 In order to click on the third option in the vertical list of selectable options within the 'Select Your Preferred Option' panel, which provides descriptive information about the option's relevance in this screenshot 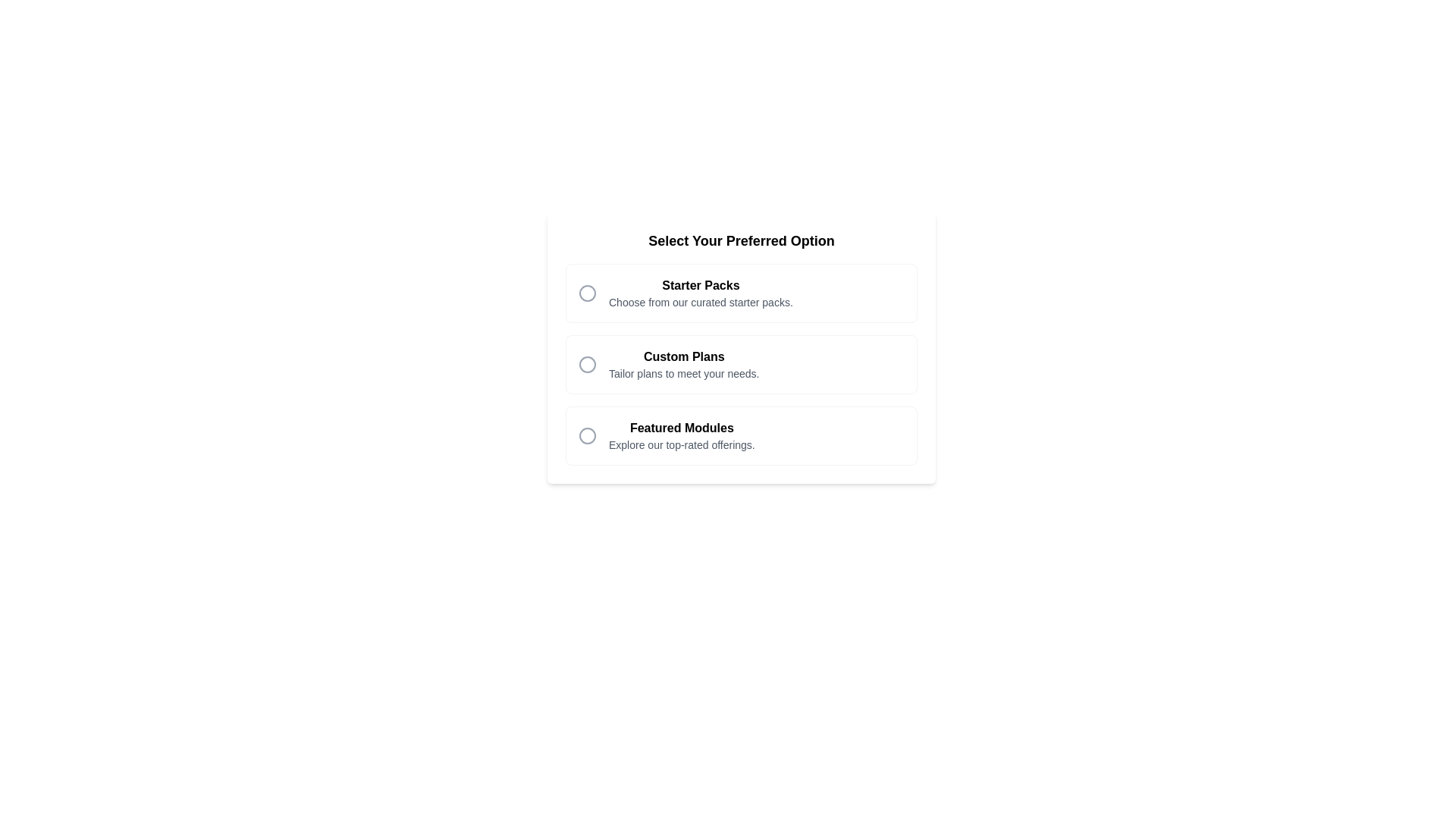, I will do `click(681, 435)`.